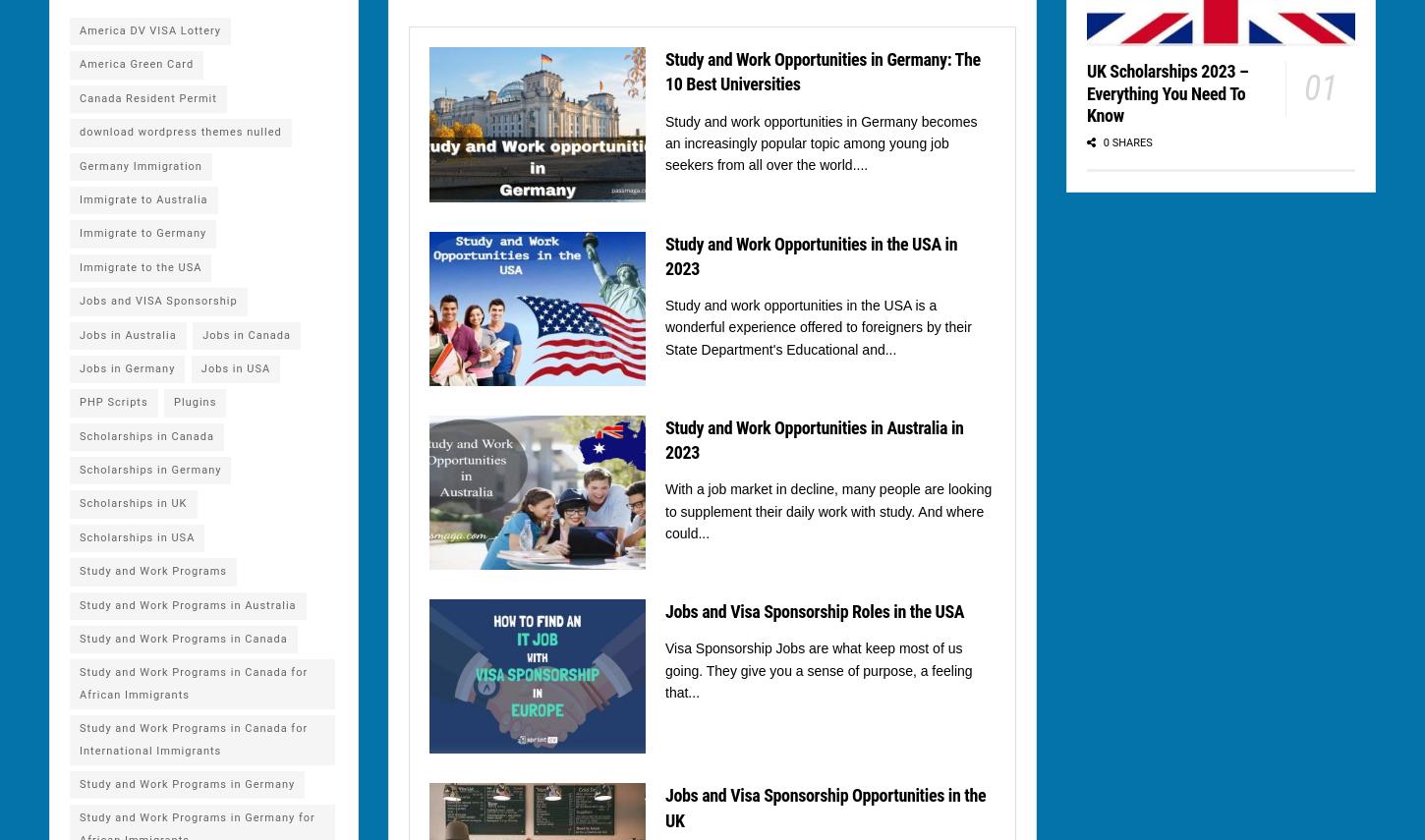 The image size is (1425, 840). I want to click on 'Study and Work Programs in Canada for African Immigrants', so click(193, 682).